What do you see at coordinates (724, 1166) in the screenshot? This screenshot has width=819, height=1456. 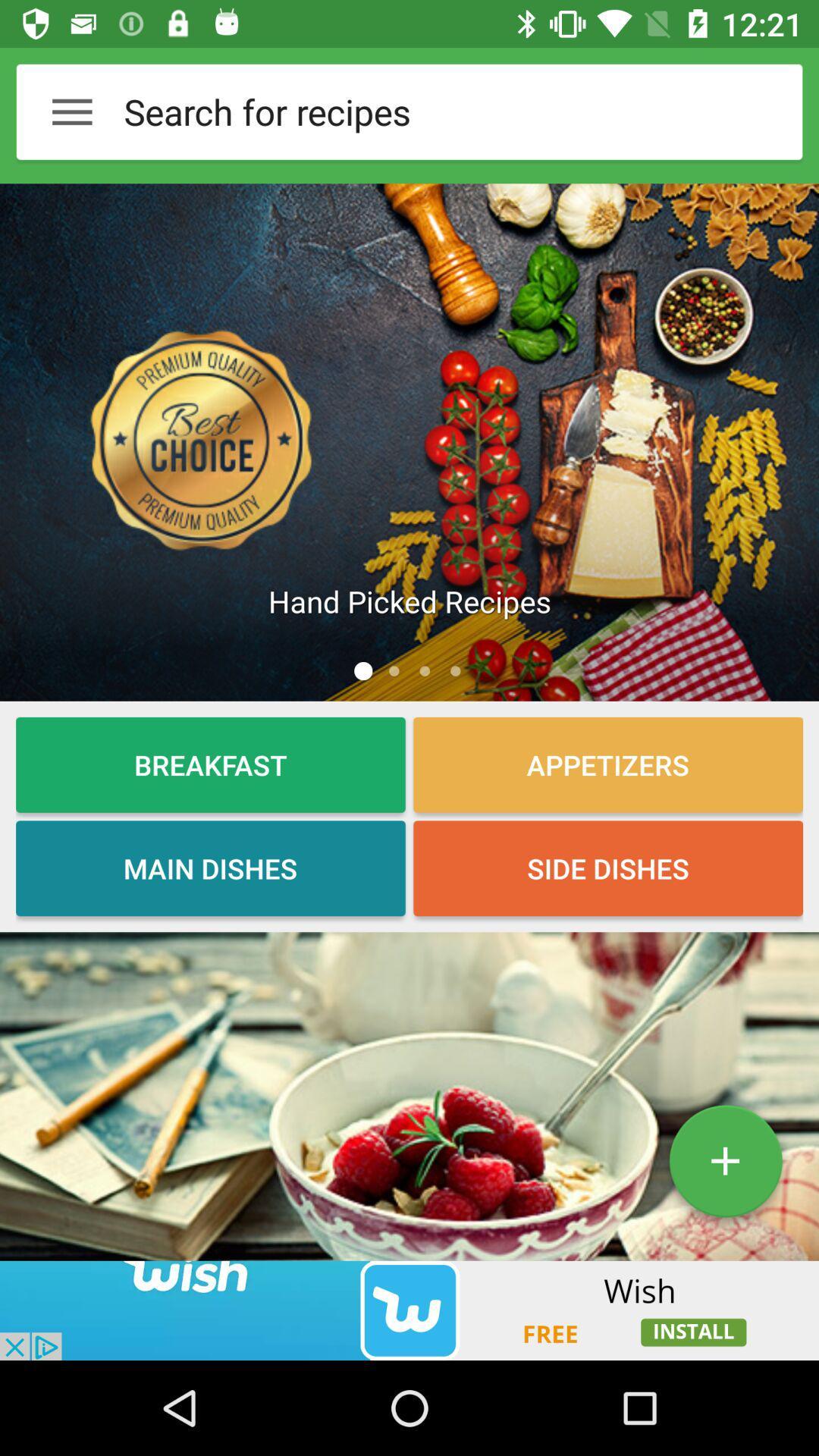 I see `the add icon` at bounding box center [724, 1166].